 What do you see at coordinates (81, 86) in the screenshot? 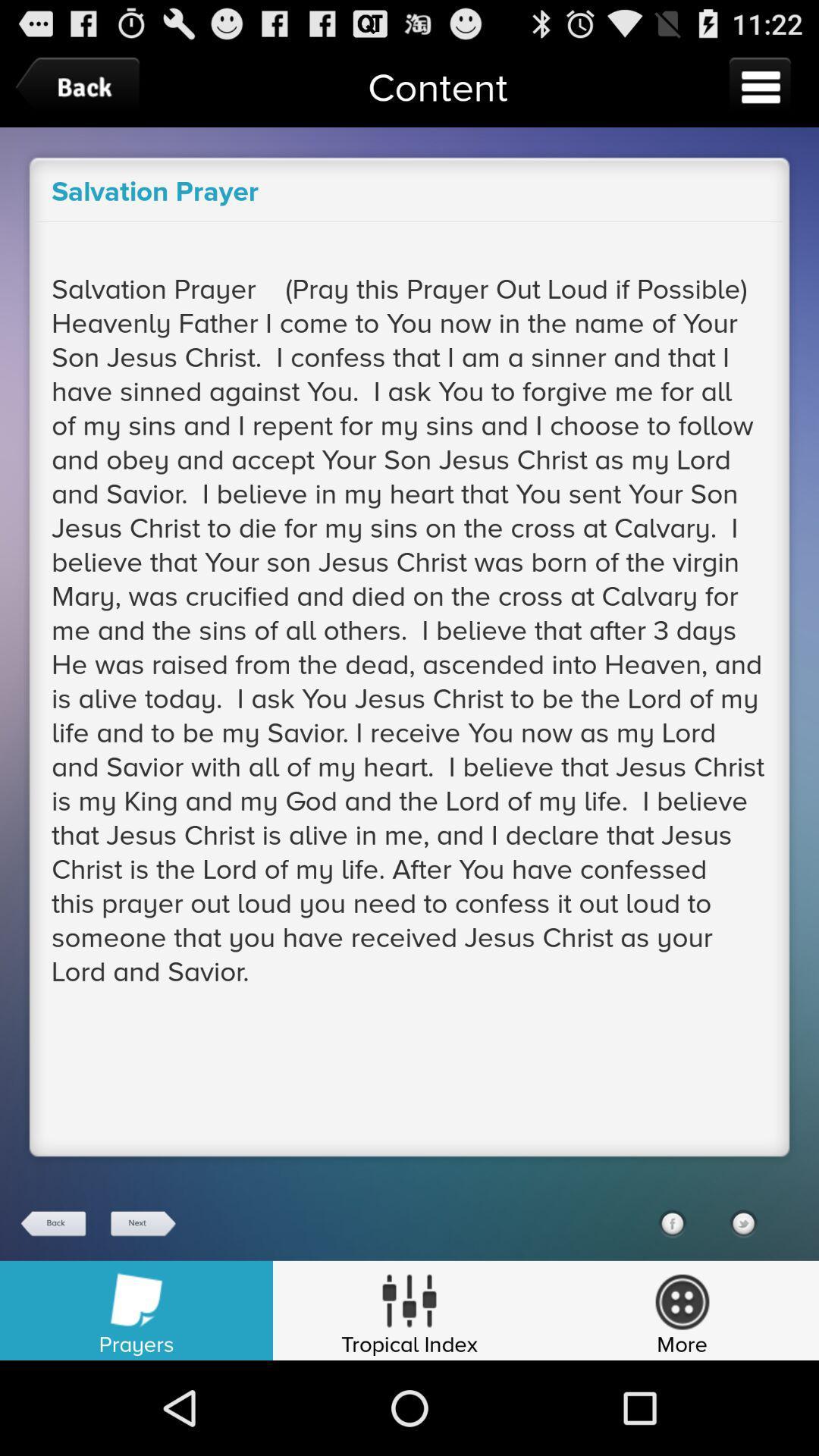
I see `item next to content icon` at bounding box center [81, 86].